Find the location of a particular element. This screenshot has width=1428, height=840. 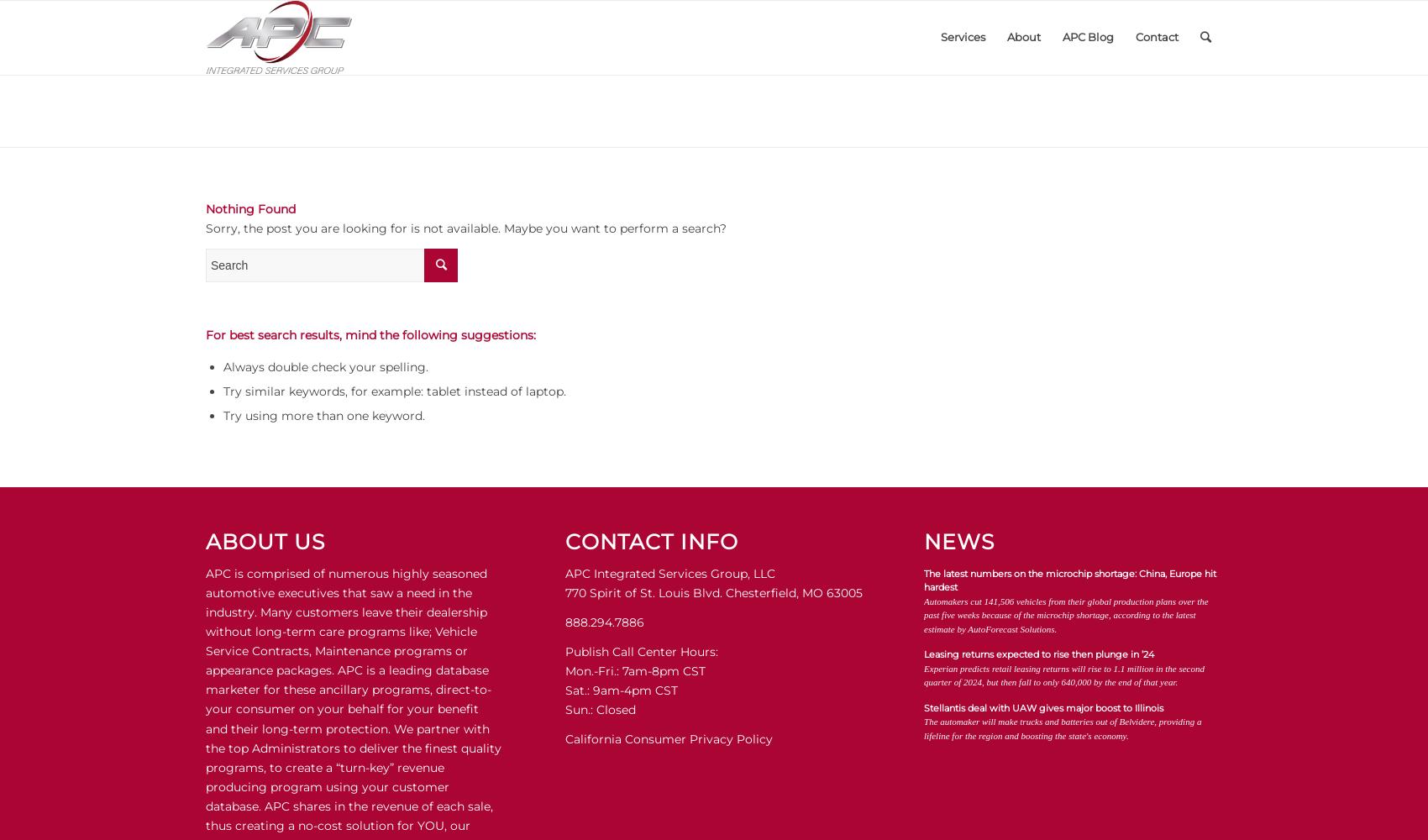

'Automakers cut 141,506 vehicles from their global production plans over the past five weeks because of the microchip shortage, according to the latest estimate by AutoForecast Solutions.' is located at coordinates (1065, 613).